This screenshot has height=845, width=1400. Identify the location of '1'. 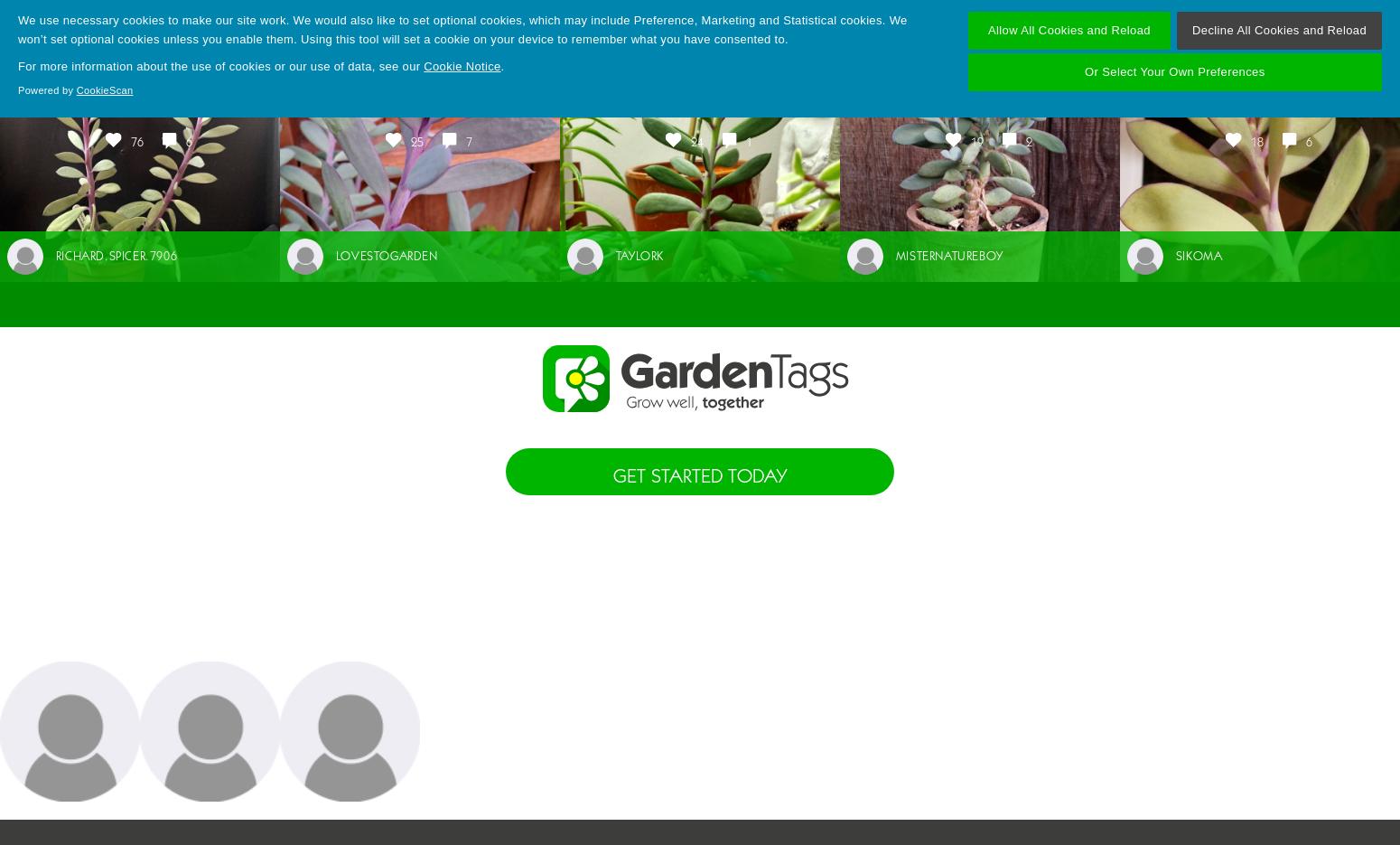
(747, 141).